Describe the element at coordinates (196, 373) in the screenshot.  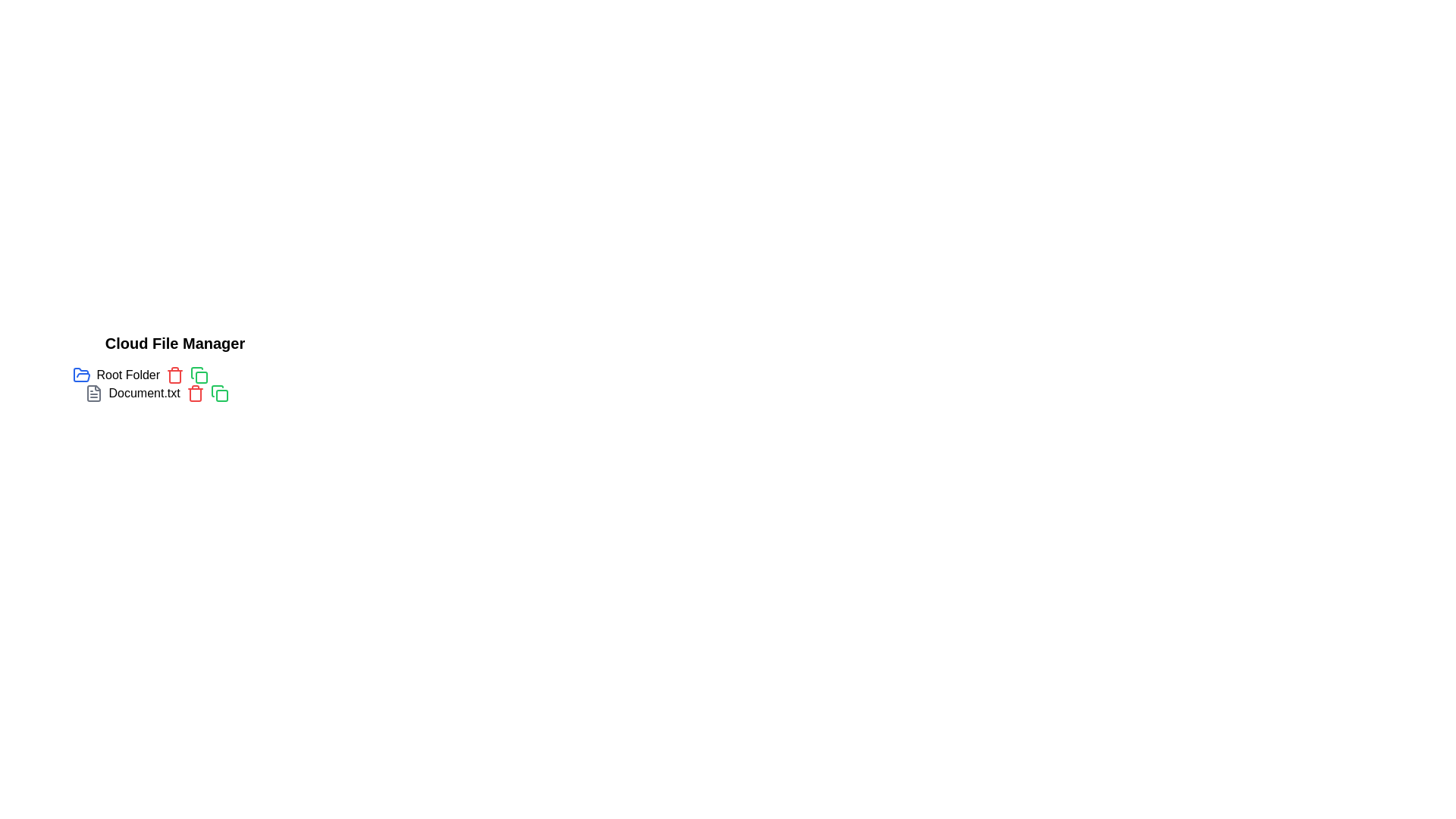
I see `the duplicate icon located adjacent to the 'Document.txt' file name to initiate the copy action` at that location.